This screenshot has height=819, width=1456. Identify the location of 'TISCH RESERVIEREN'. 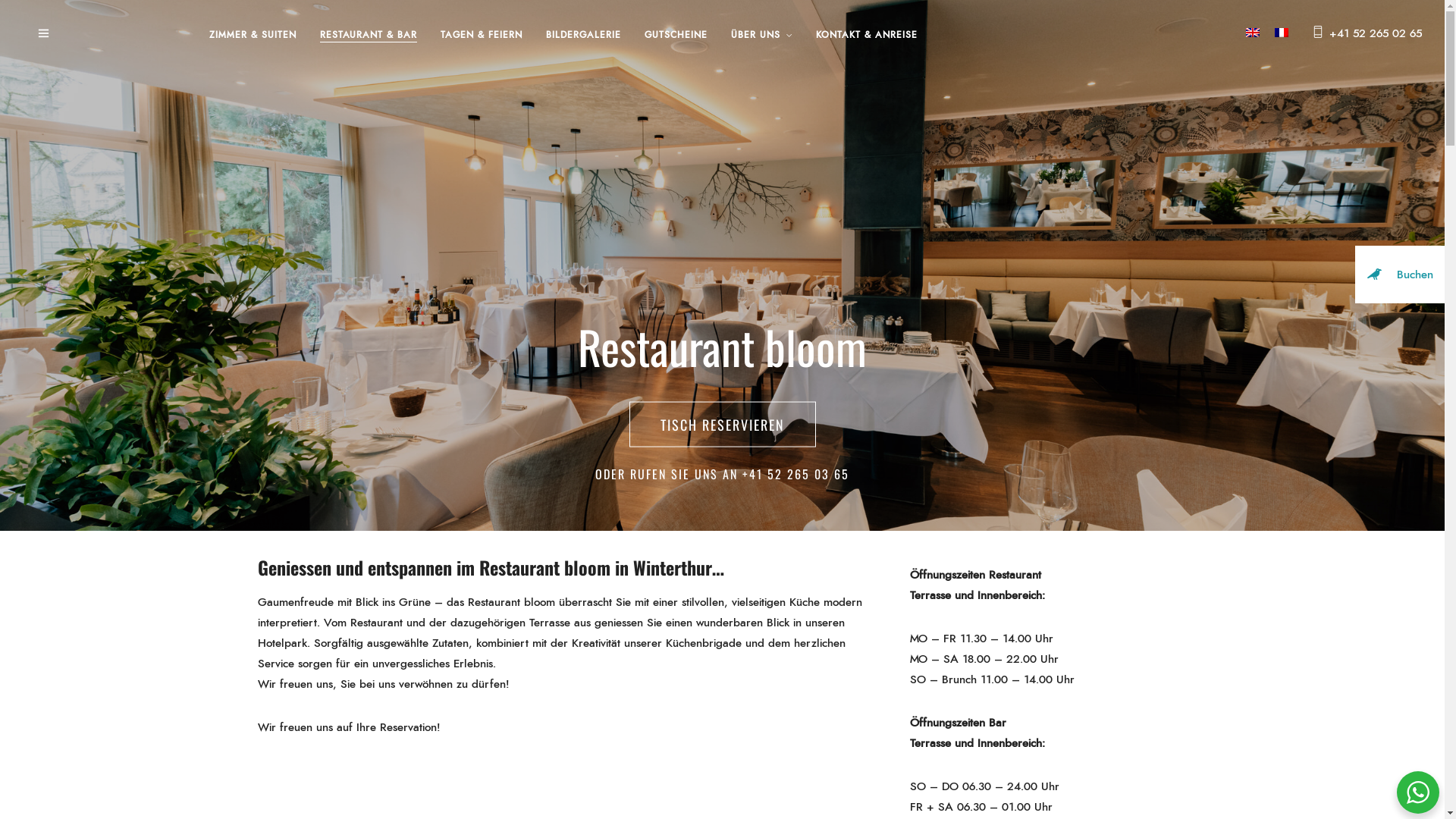
(722, 424).